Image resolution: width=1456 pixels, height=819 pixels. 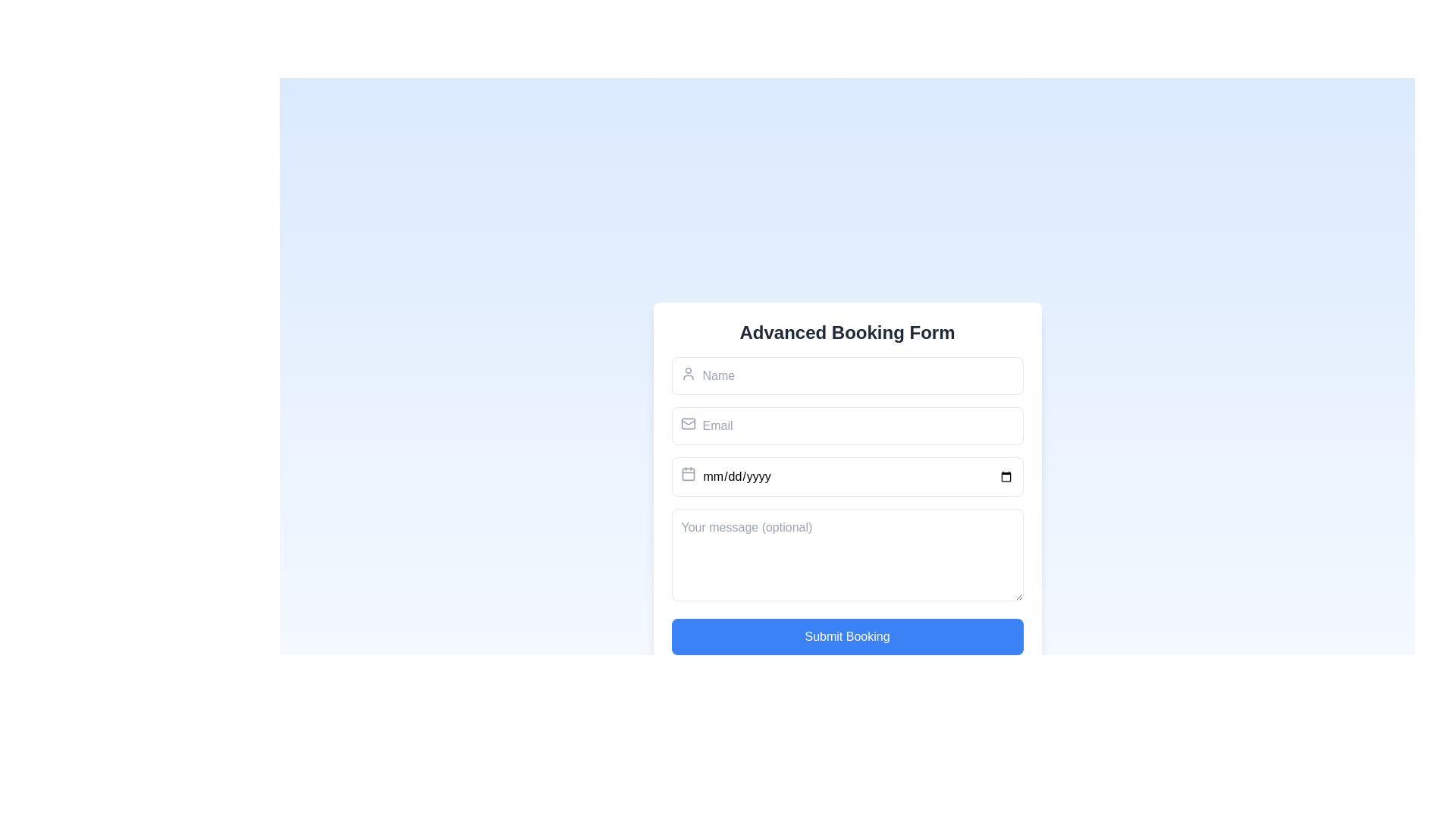 I want to click on the calendar icon component, which is a gray rectangular shape with rounded corners, located adjacent to the text box labeled 'mm/dd/yyyy', so click(x=687, y=473).